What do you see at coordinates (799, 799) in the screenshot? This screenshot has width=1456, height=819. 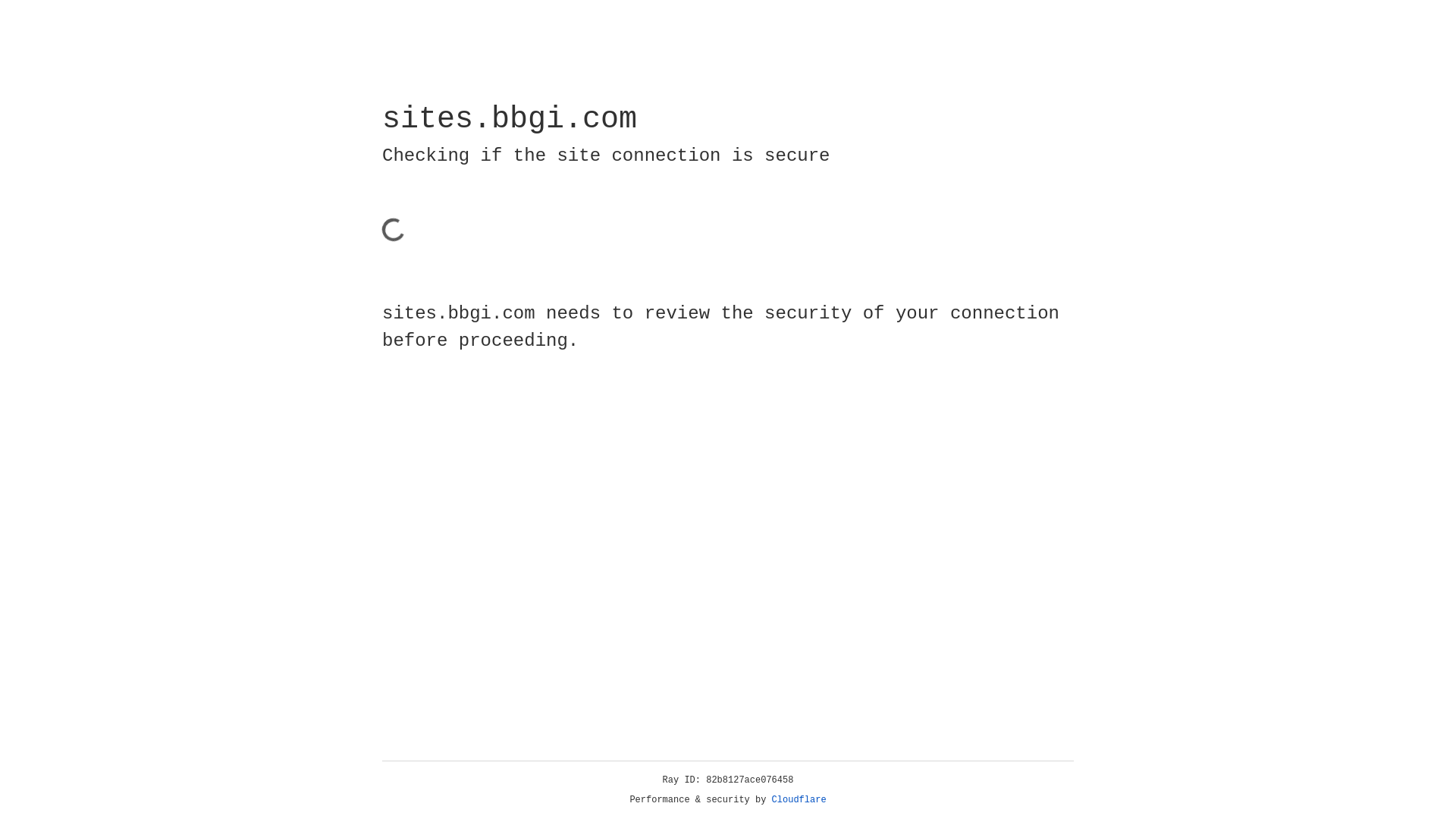 I see `'Cloudflare'` at bounding box center [799, 799].